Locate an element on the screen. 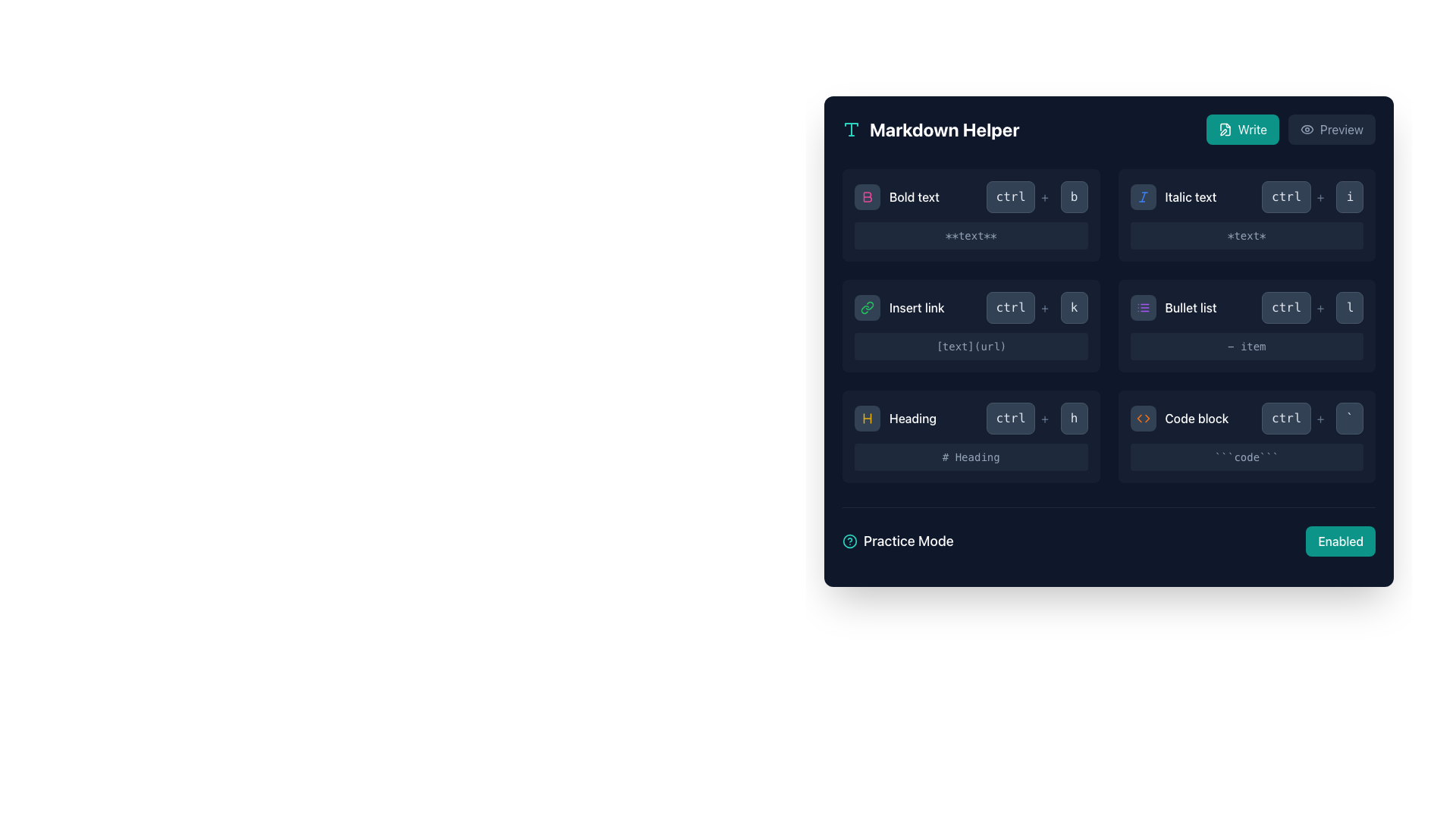  the button-style label element displaying 'ctrl' that represents a keyboard shortcut for the Bullet list function is located at coordinates (1285, 307).